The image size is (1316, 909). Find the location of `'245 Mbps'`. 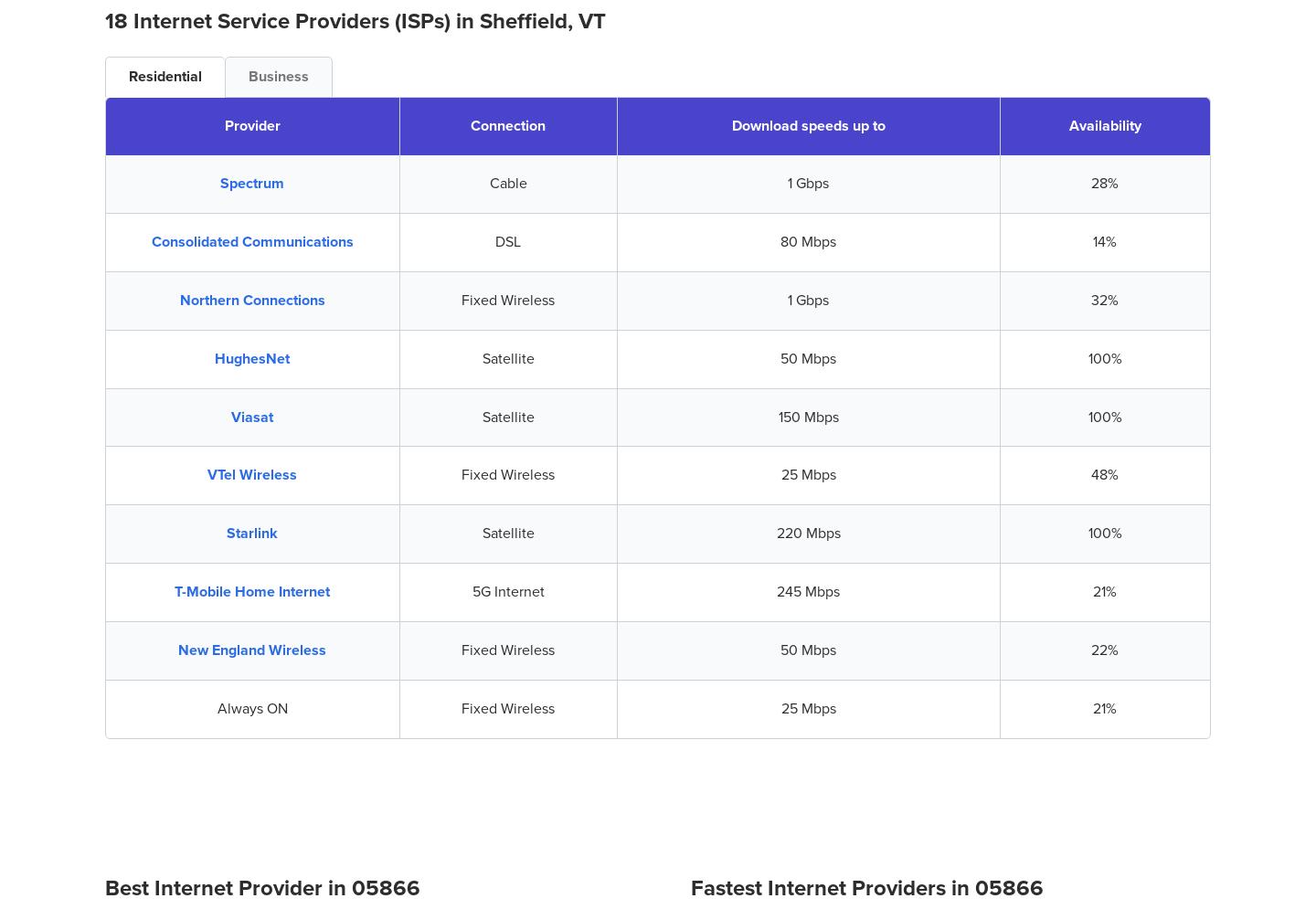

'245 Mbps' is located at coordinates (807, 592).